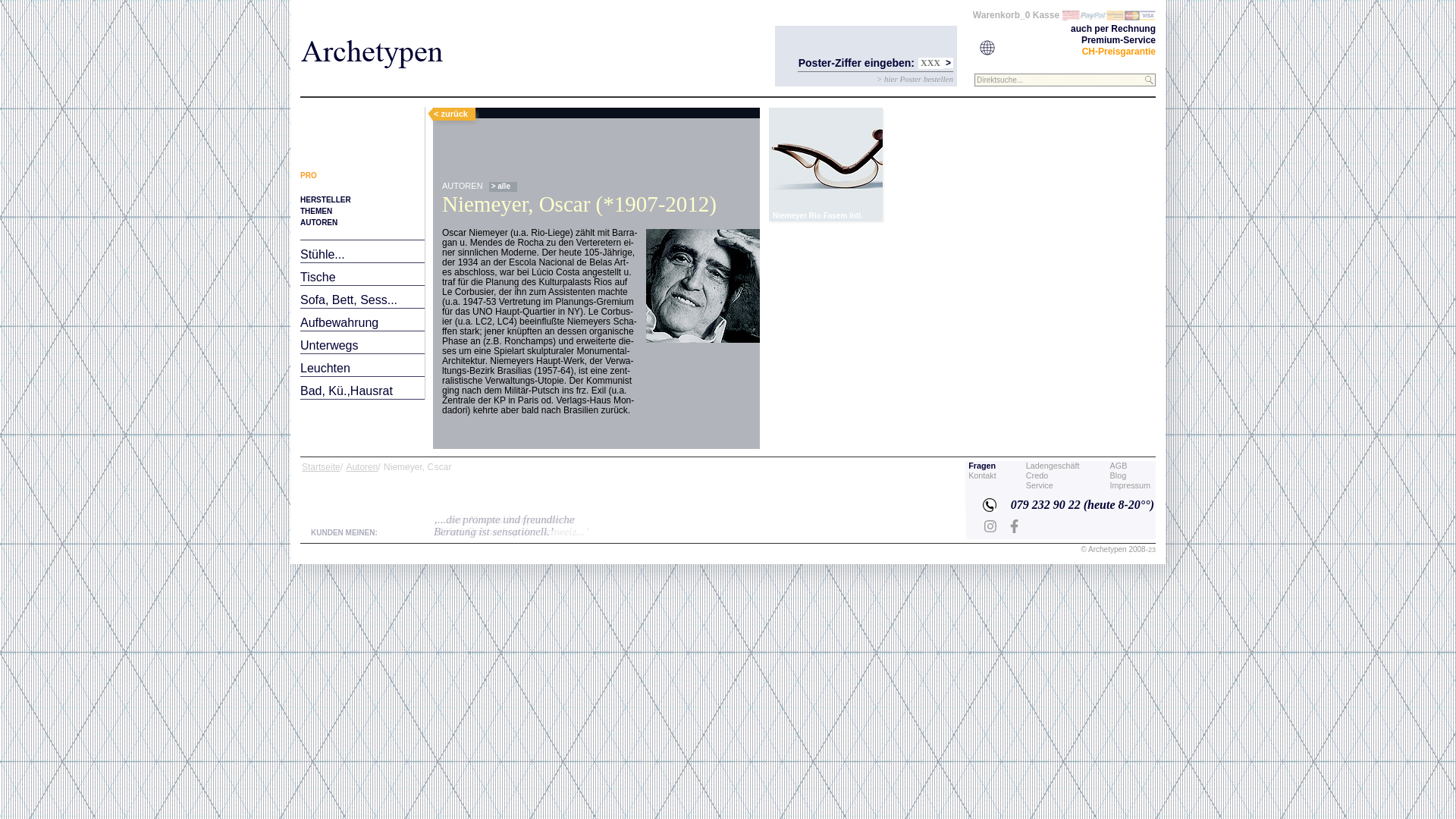 Image resolution: width=1456 pixels, height=819 pixels. Describe the element at coordinates (503, 186) in the screenshot. I see `'> alle'` at that location.